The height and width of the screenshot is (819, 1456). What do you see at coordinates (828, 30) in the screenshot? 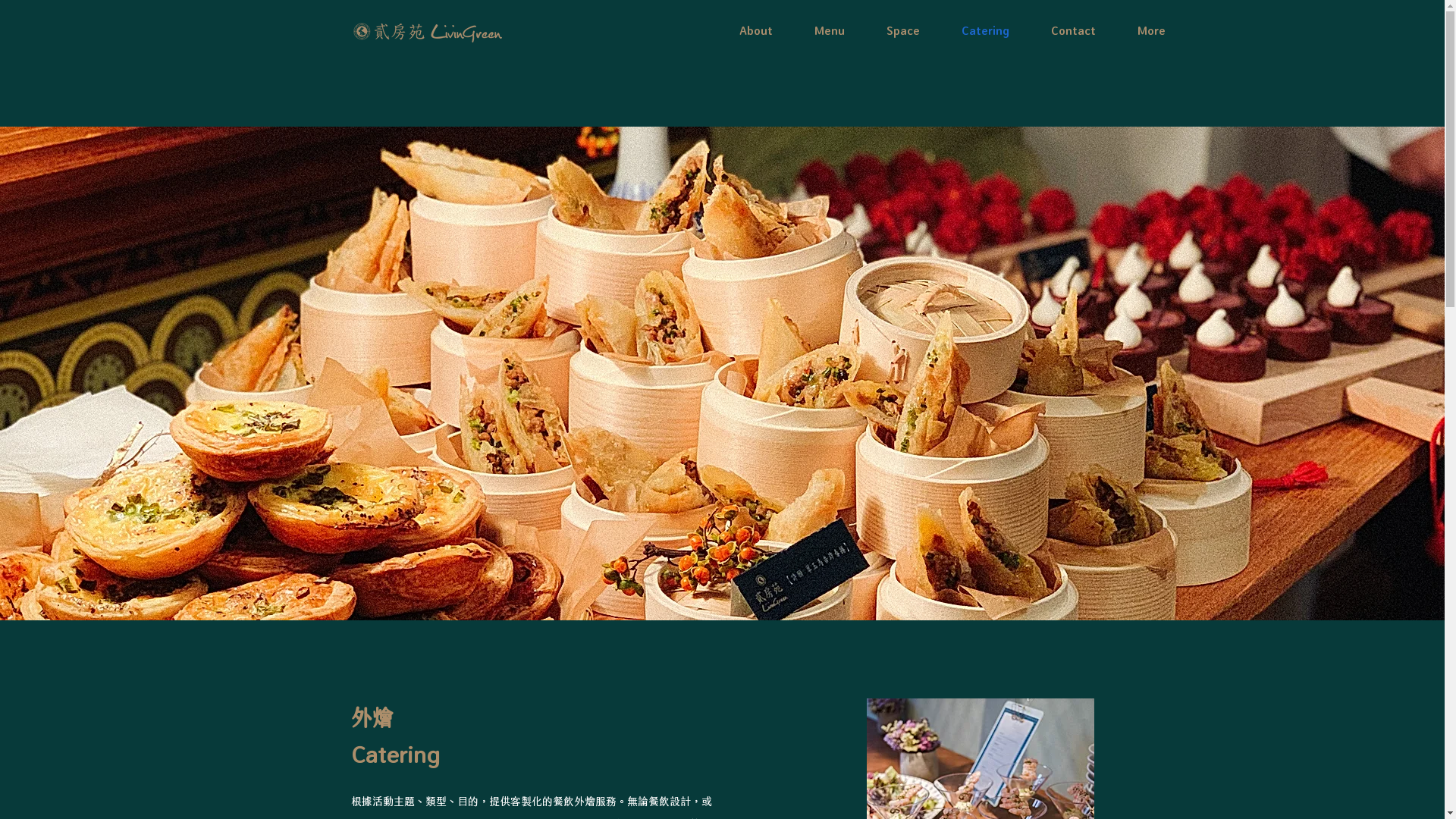
I see `'Menu'` at bounding box center [828, 30].